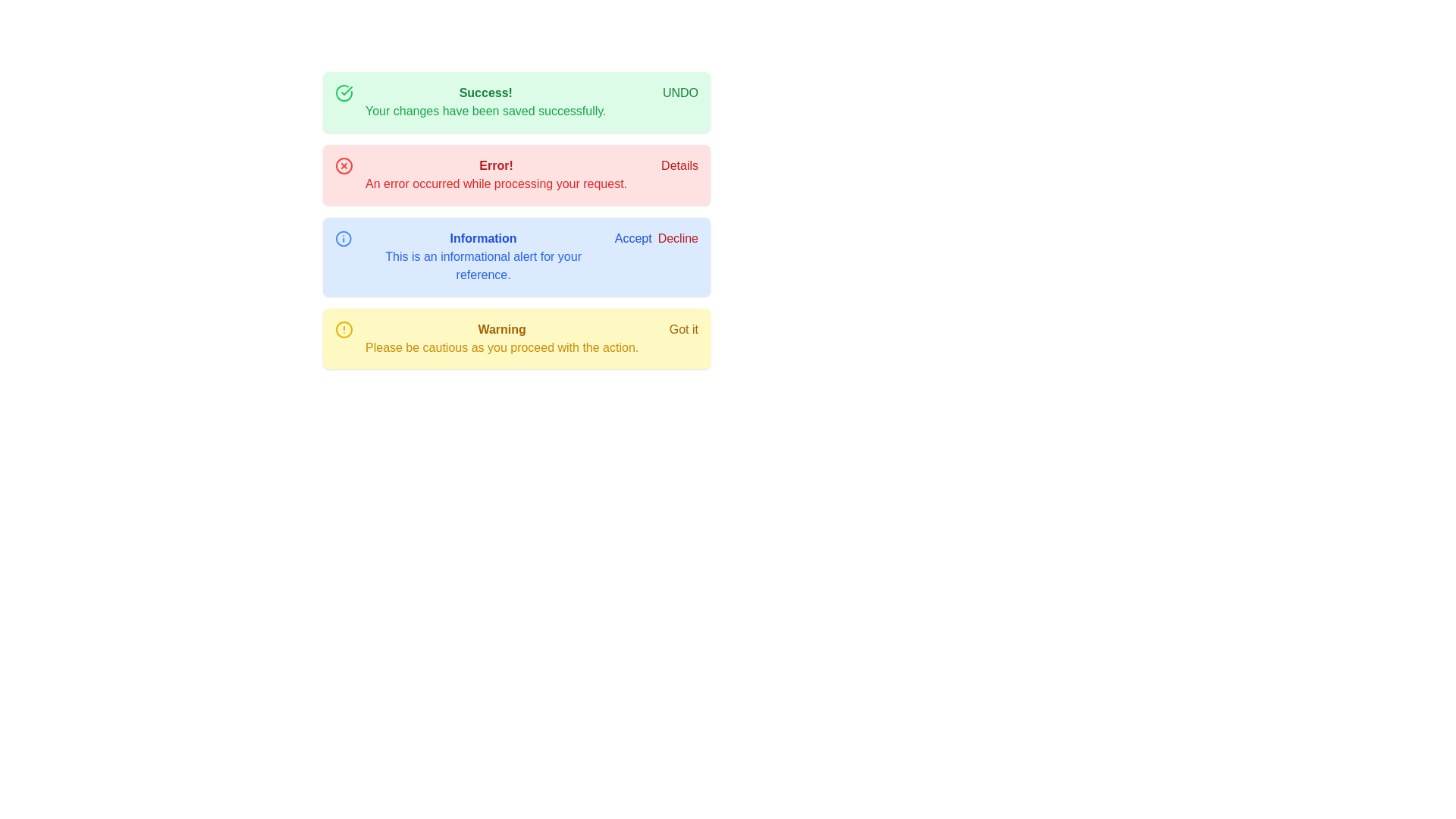  I want to click on the title label of the success notification, which is located at the top of a light green notification box, above the text 'Your changes have been saved successfully.' and to the left of 'UNDO', so click(485, 93).